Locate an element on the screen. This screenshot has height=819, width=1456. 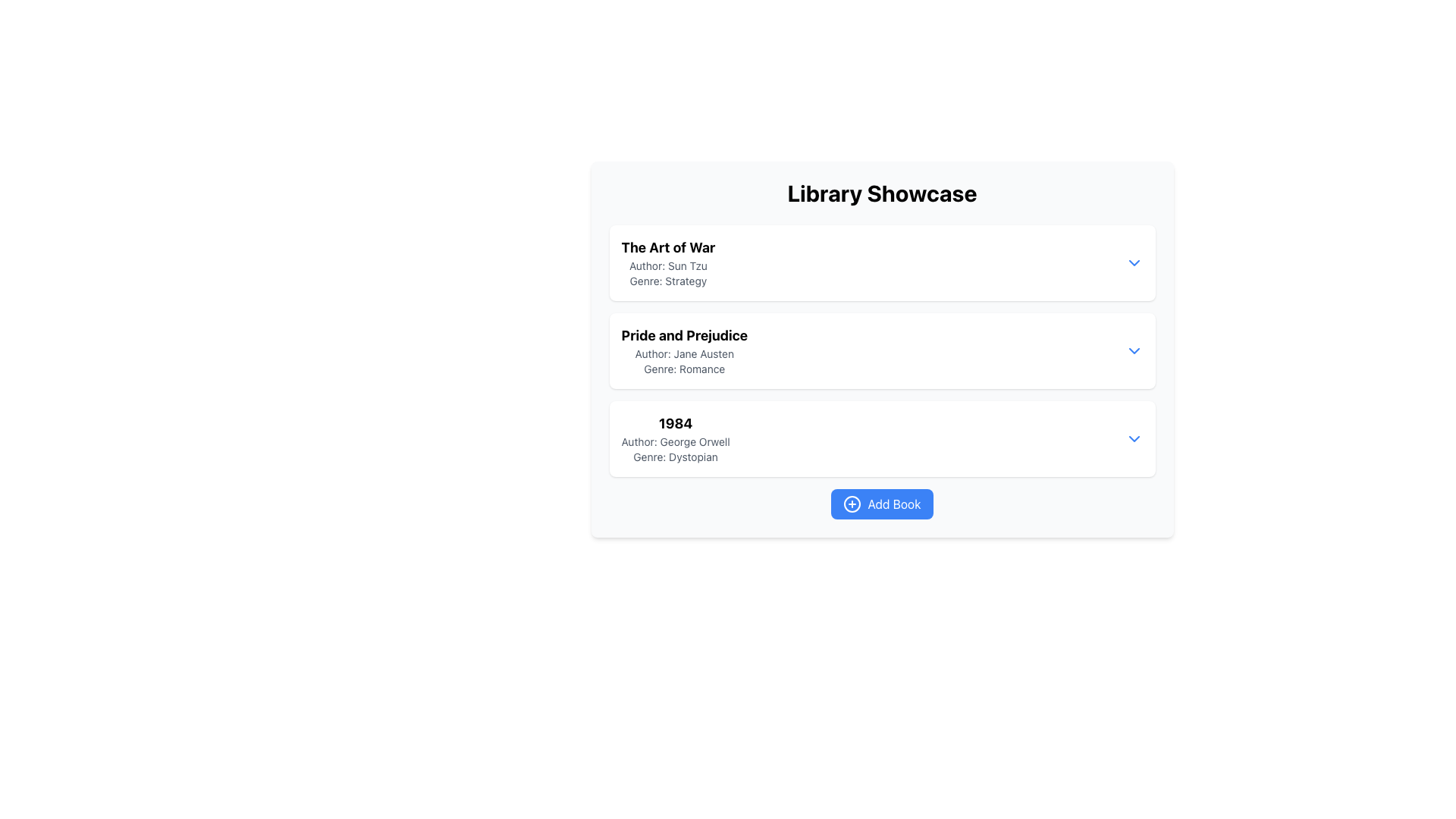
text from the Text Label displaying 'Pride and Prejudice', which is prominently positioned in bold and large font at the top of the section in the 'Library Showcase' is located at coordinates (683, 335).